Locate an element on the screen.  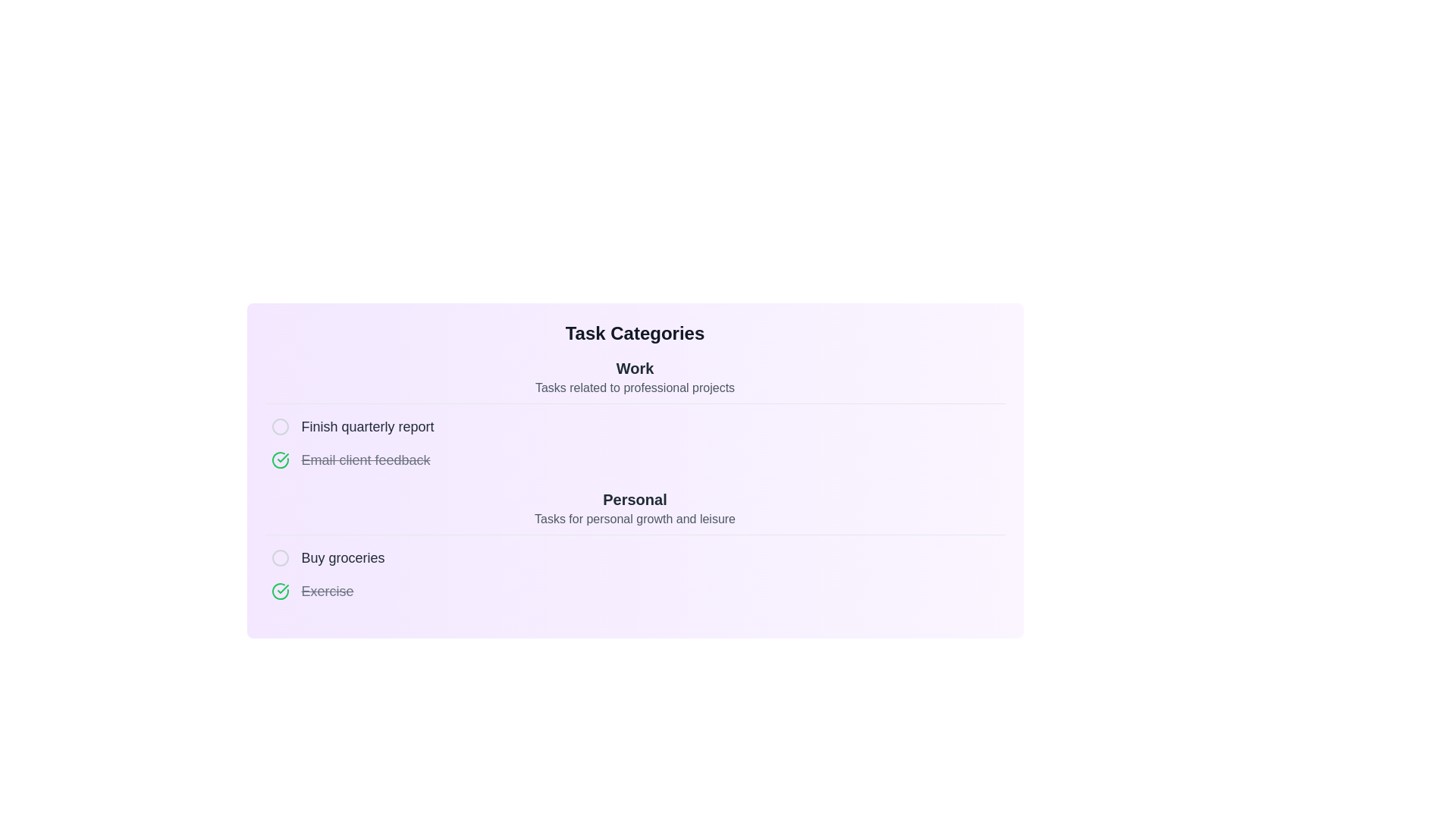
the list item with the text 'Email client feedback' and a green checkmark icon, indicating it is a completed task is located at coordinates (350, 459).